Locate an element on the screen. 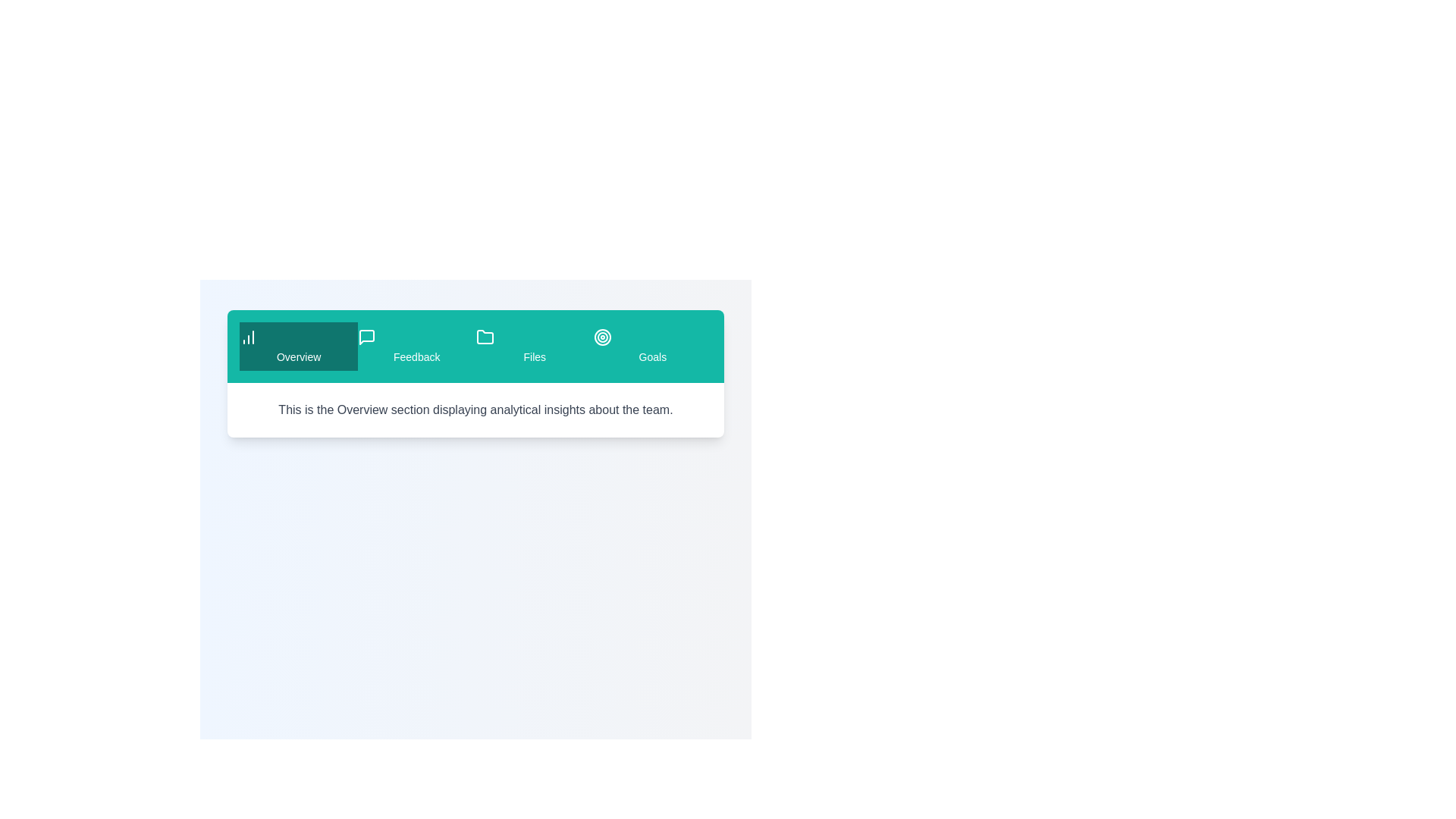 This screenshot has width=1456, height=819. the Feedback tab to switch to its content is located at coordinates (416, 346).